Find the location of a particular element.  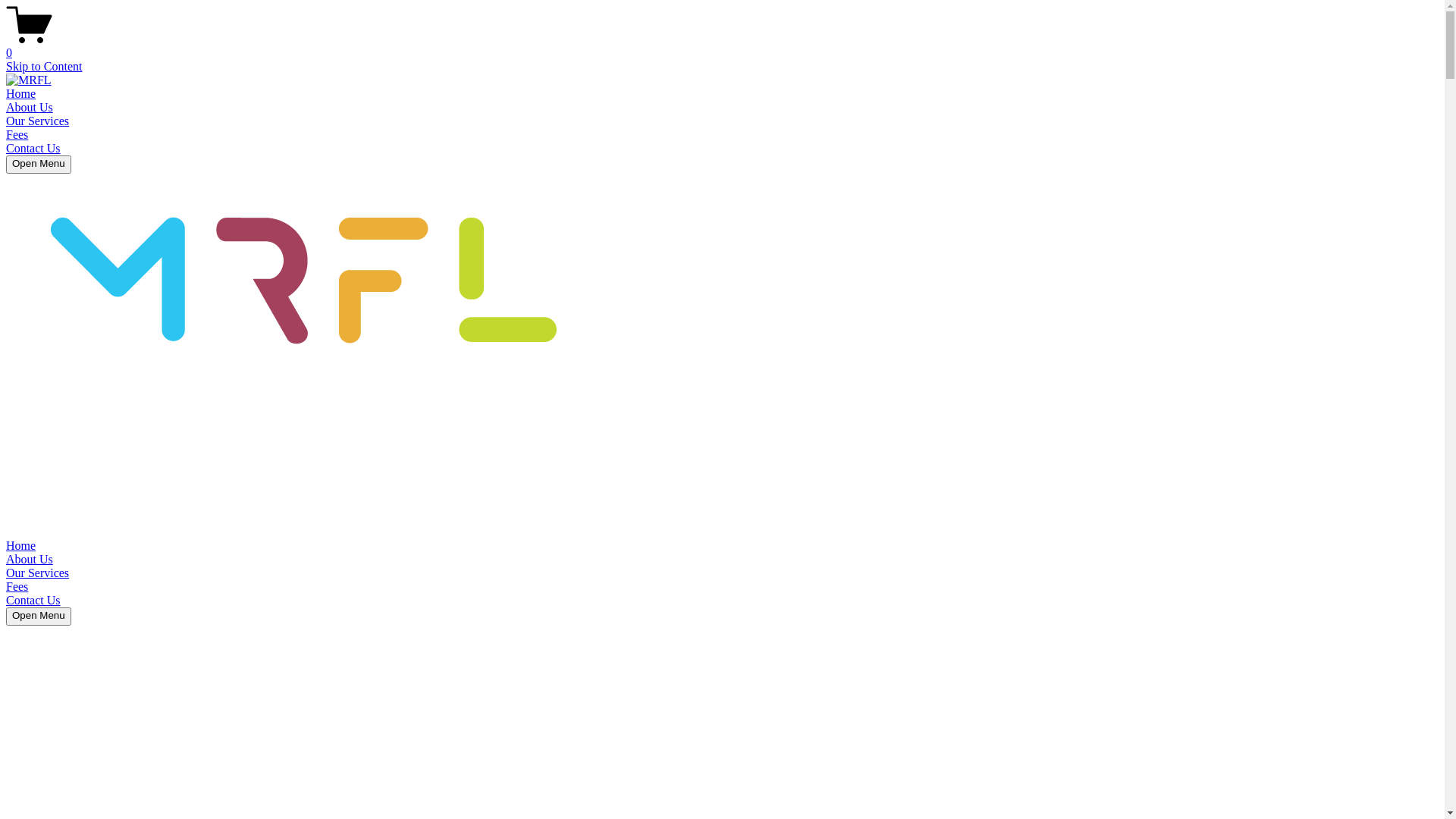

'About Us' is located at coordinates (6, 559).